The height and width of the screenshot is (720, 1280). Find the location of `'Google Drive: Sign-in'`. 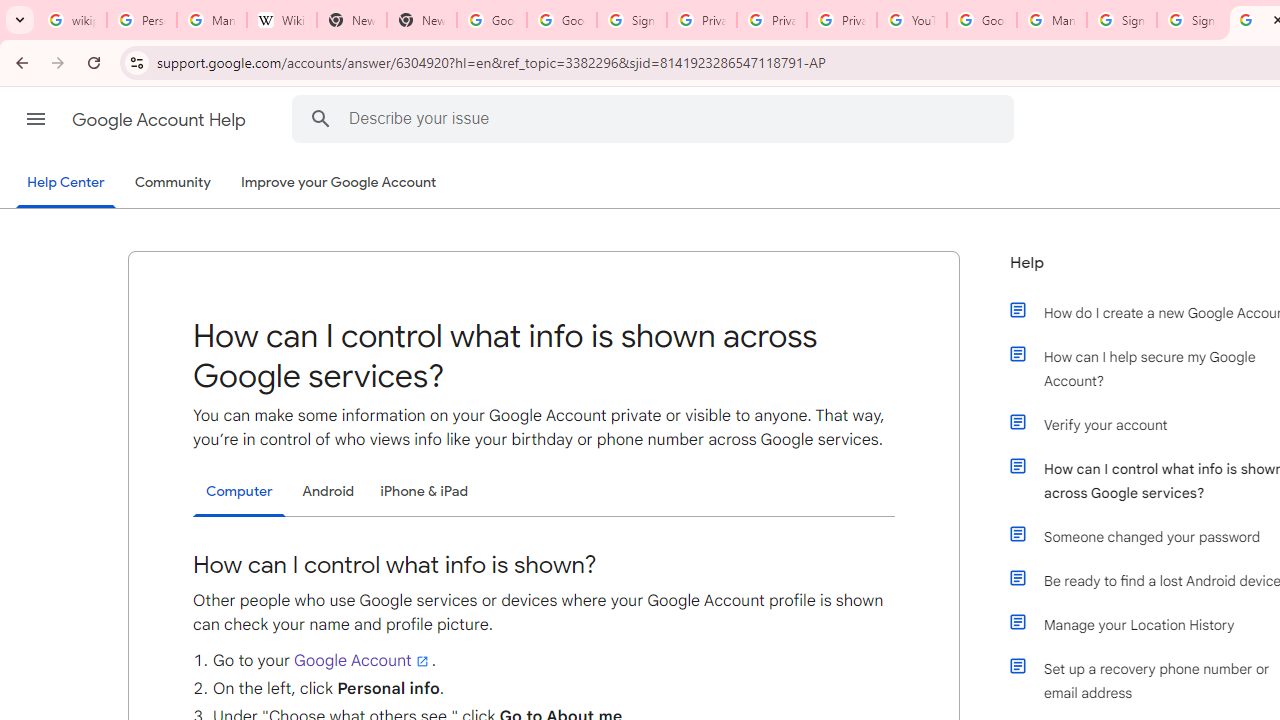

'Google Drive: Sign-in' is located at coordinates (560, 20).